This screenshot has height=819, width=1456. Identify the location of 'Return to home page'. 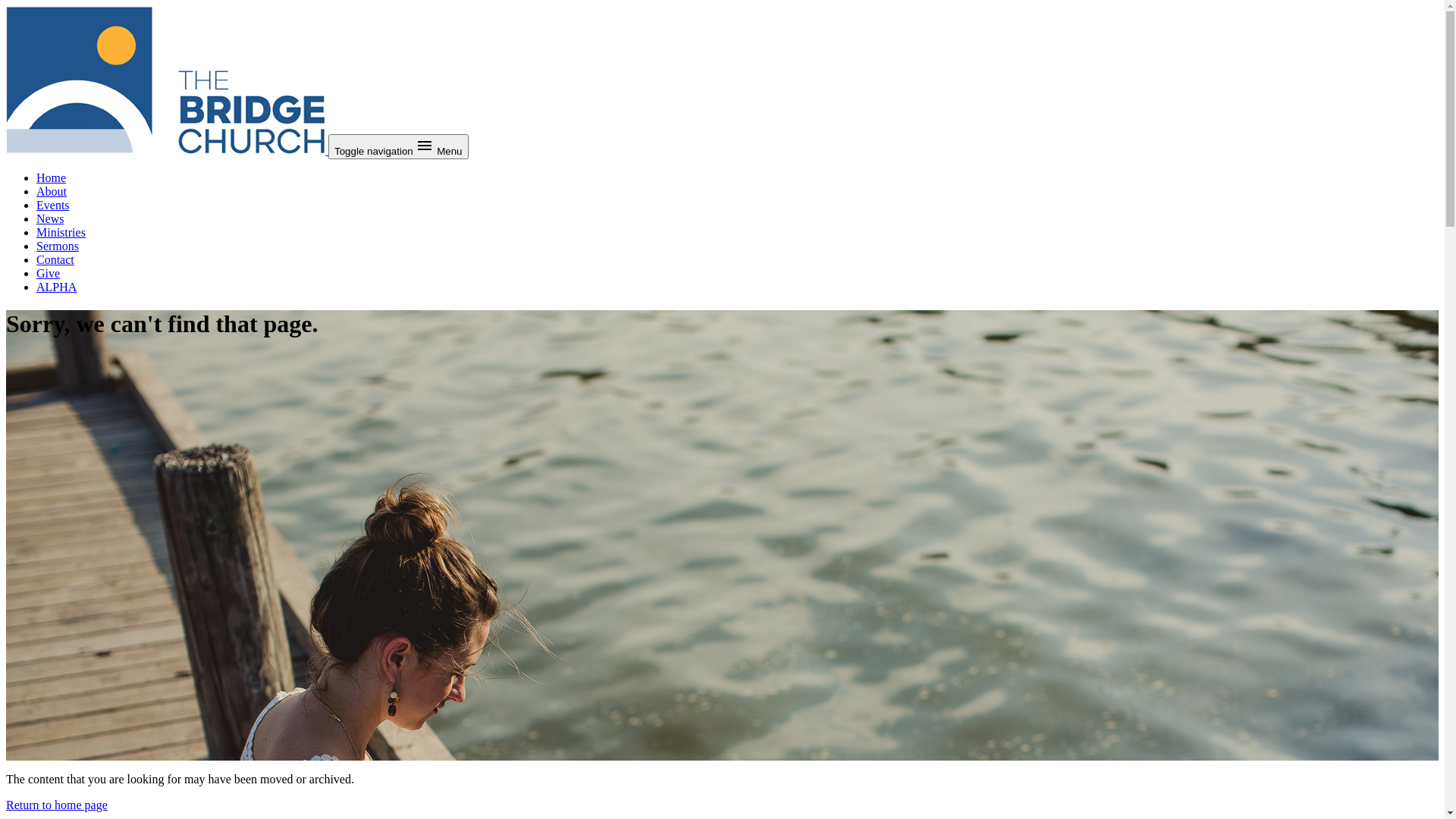
(6, 804).